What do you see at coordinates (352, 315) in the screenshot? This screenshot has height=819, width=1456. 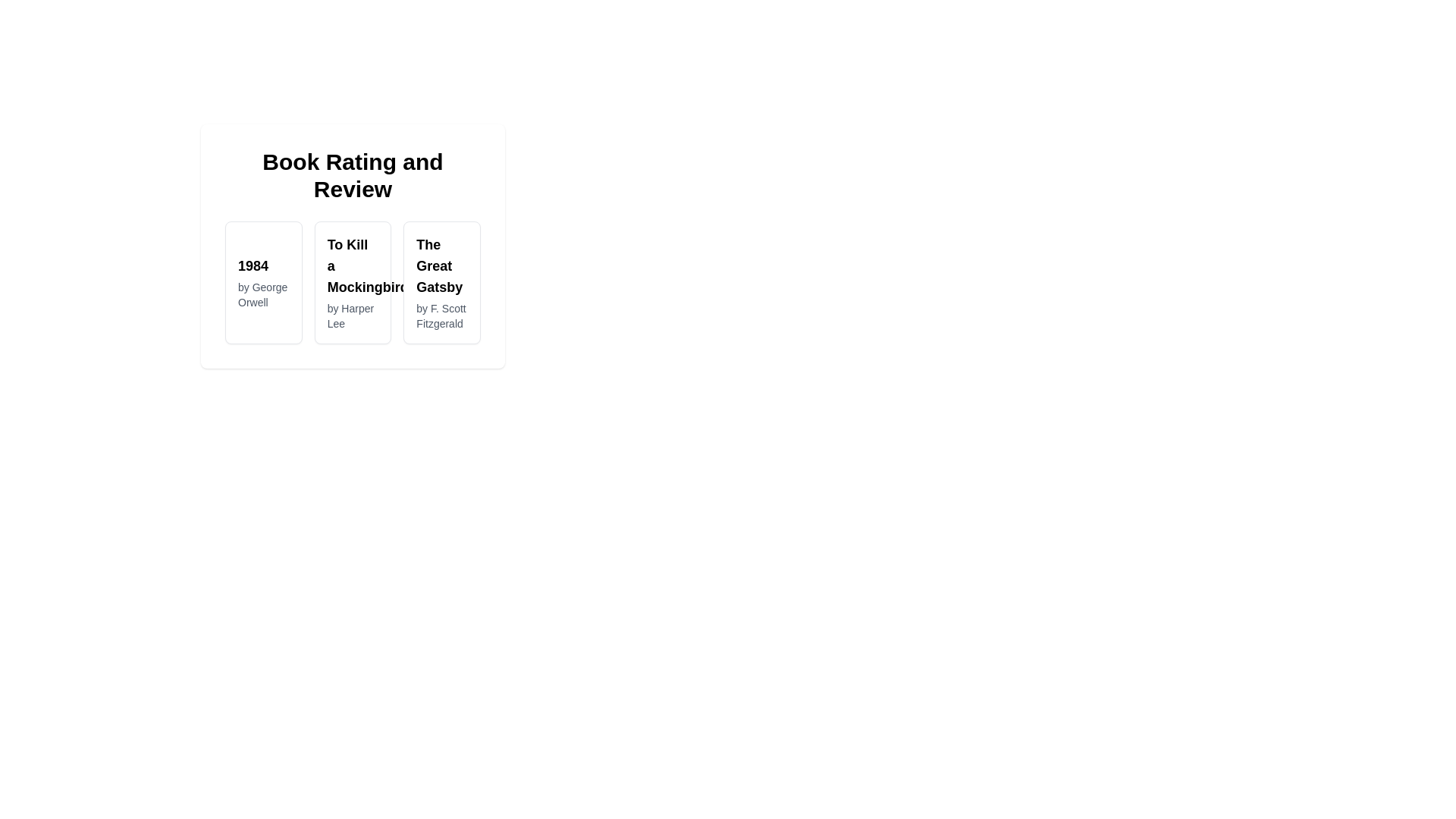 I see `the text label displaying the author information for the book 'To Kill a Mockingbird', which is located below the main title in the middle card of three horizontally aligned cards` at bounding box center [352, 315].